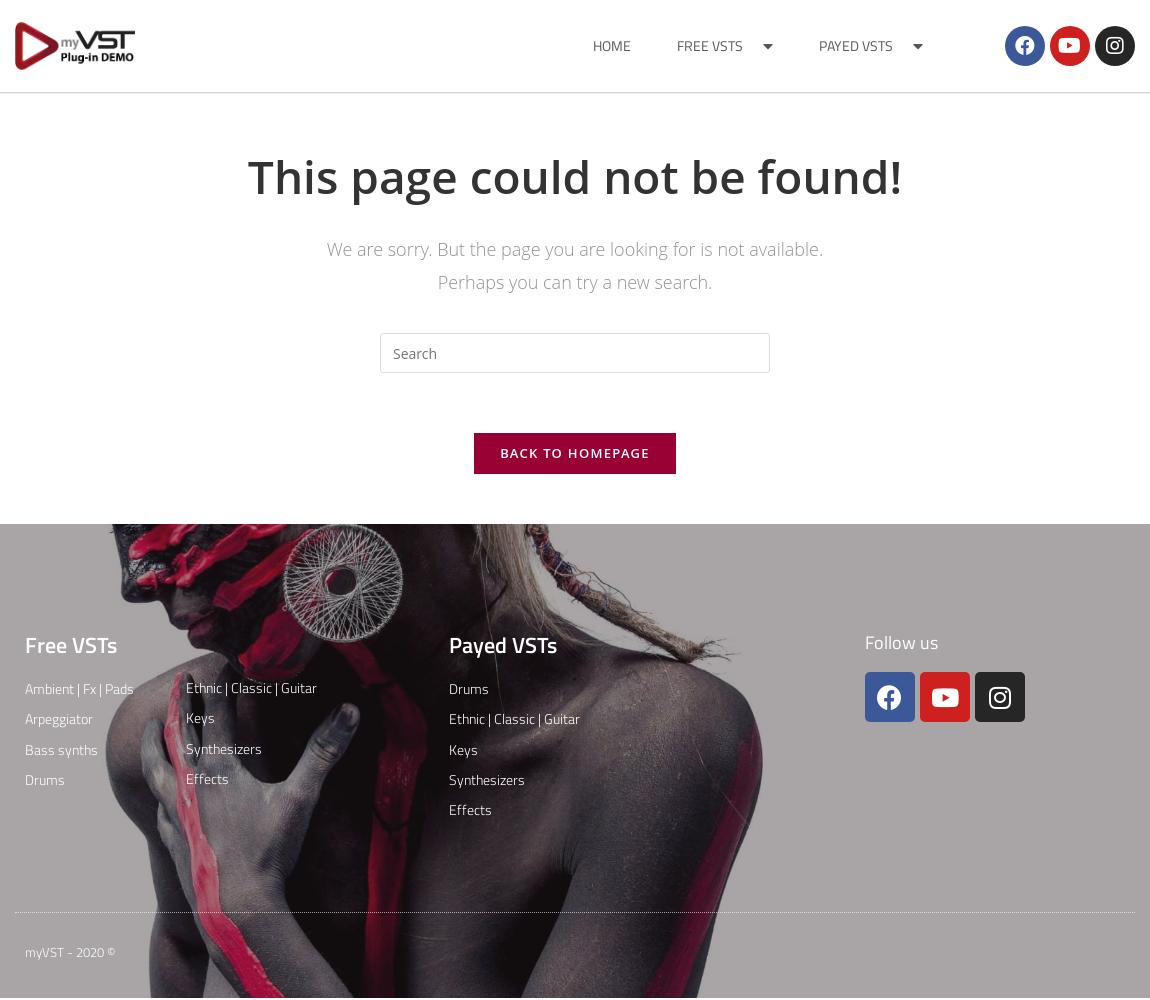 The height and width of the screenshot is (1000, 1150). I want to click on 'We are sorry. But the page you are looking for is not available.', so click(326, 248).